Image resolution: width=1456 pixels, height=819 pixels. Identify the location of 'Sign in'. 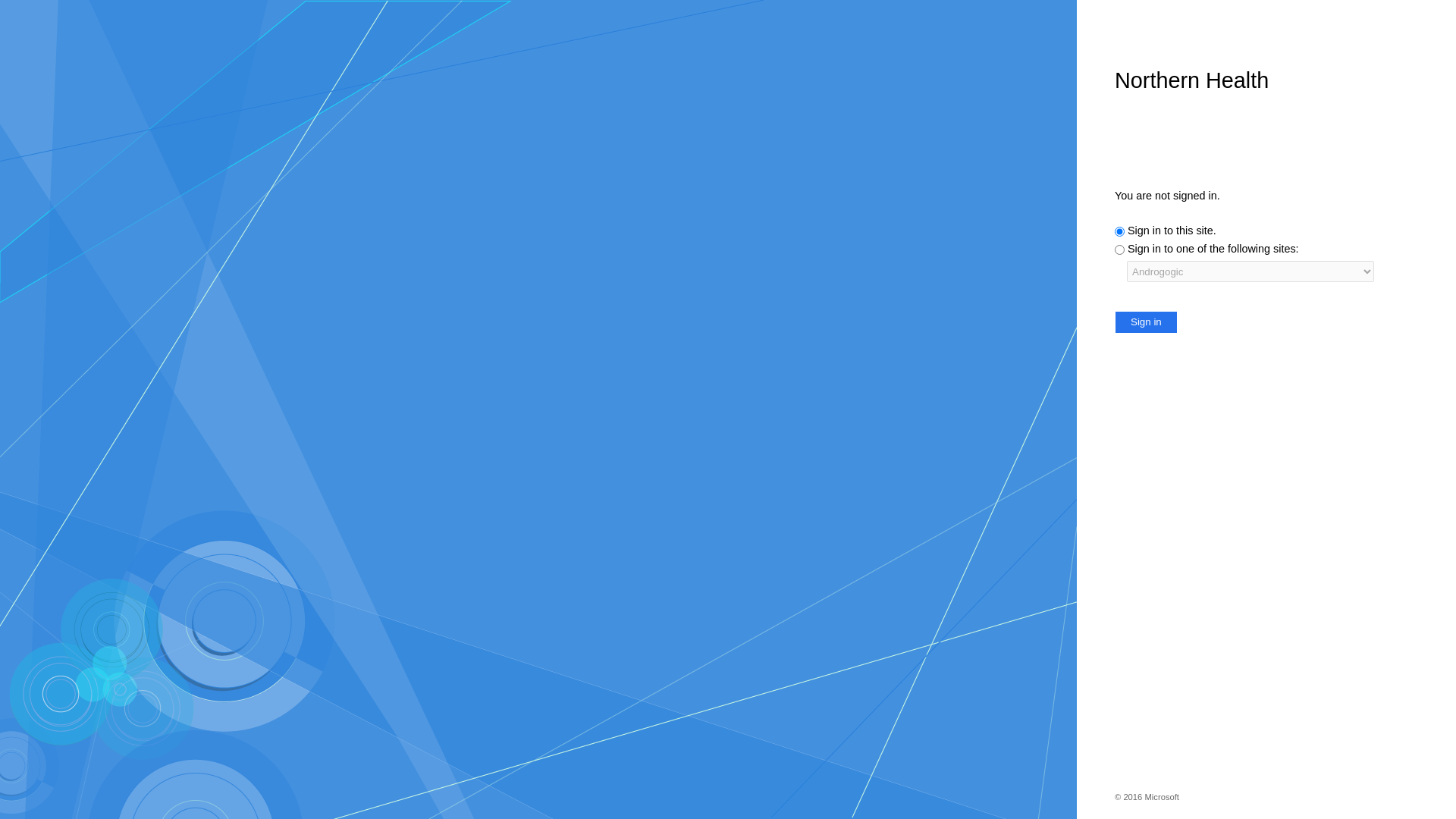
(1146, 321).